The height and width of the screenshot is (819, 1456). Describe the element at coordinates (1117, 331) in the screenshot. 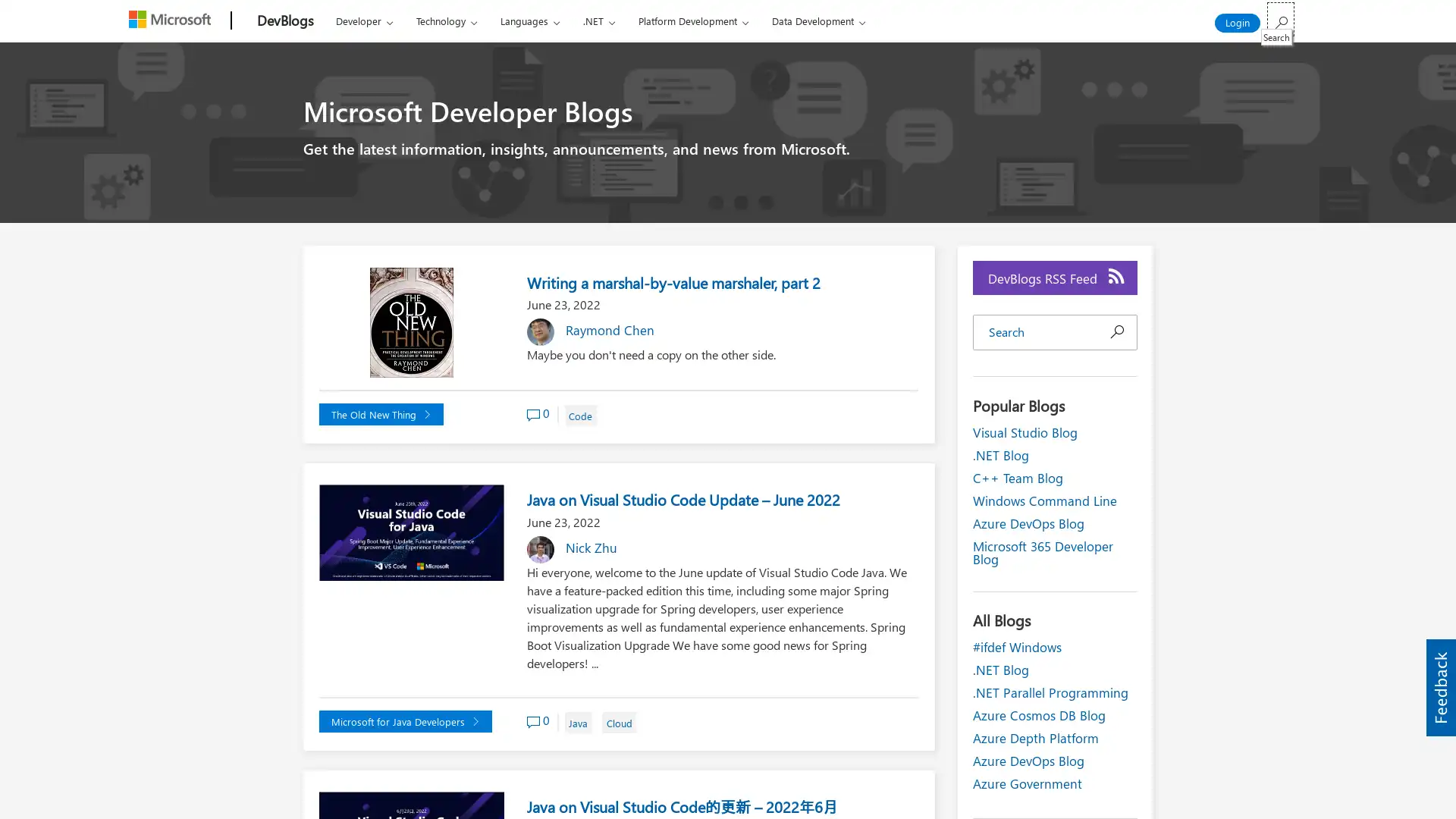

I see `Search` at that location.